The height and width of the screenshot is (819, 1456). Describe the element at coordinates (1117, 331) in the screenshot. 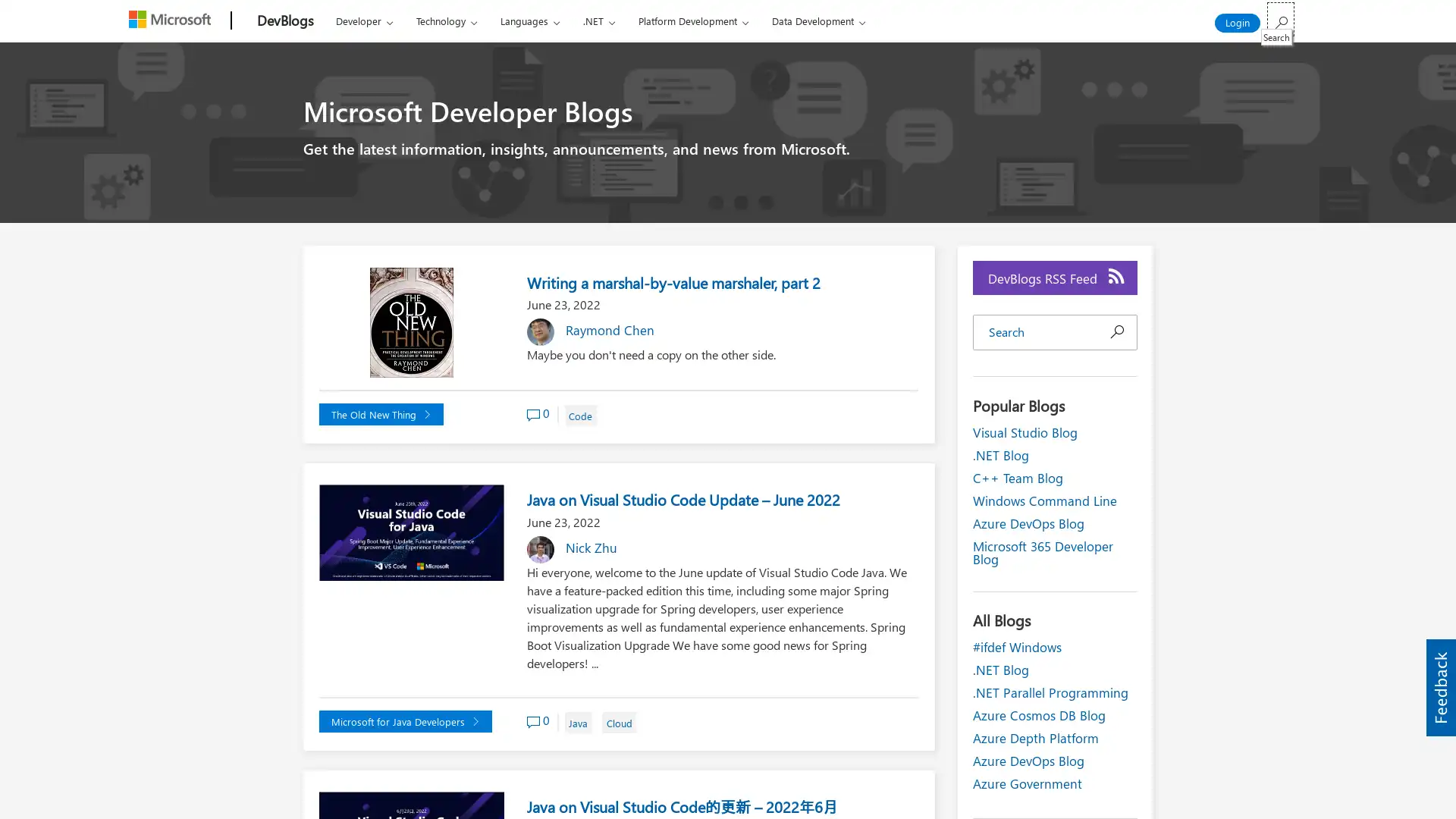

I see `Search` at that location.